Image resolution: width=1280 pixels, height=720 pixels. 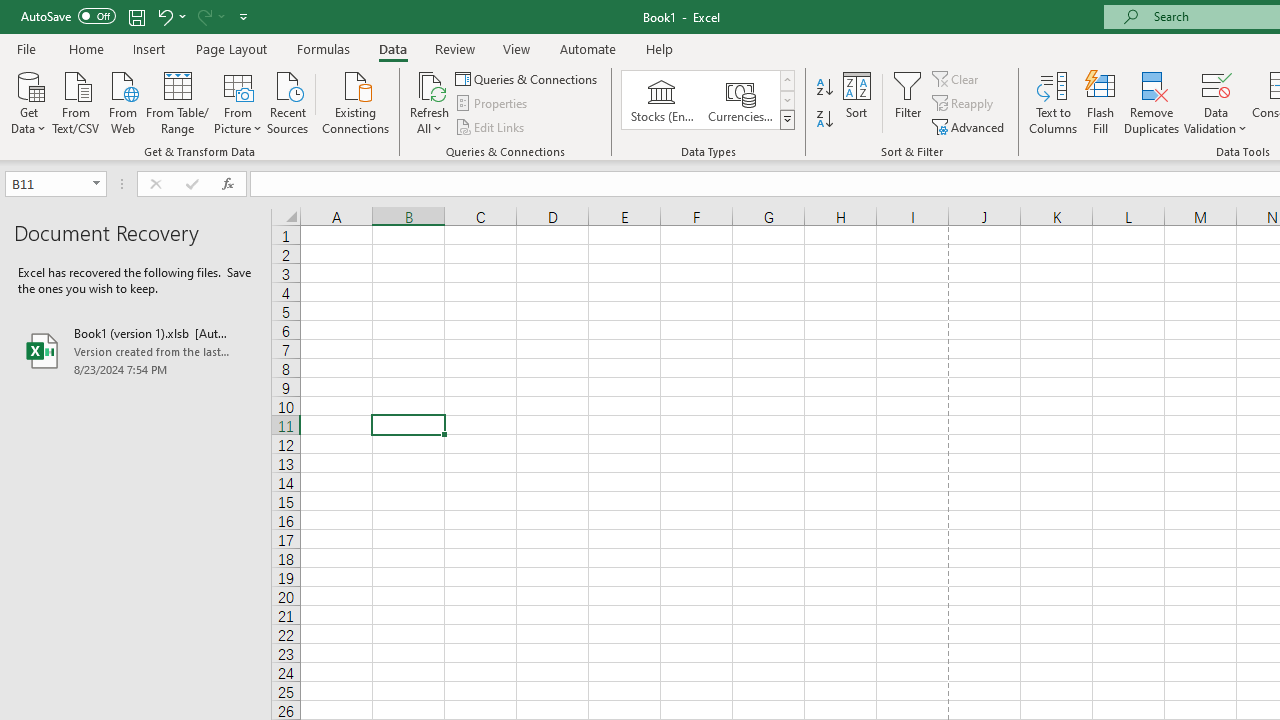 I want to click on 'Edit Links', so click(x=491, y=127).